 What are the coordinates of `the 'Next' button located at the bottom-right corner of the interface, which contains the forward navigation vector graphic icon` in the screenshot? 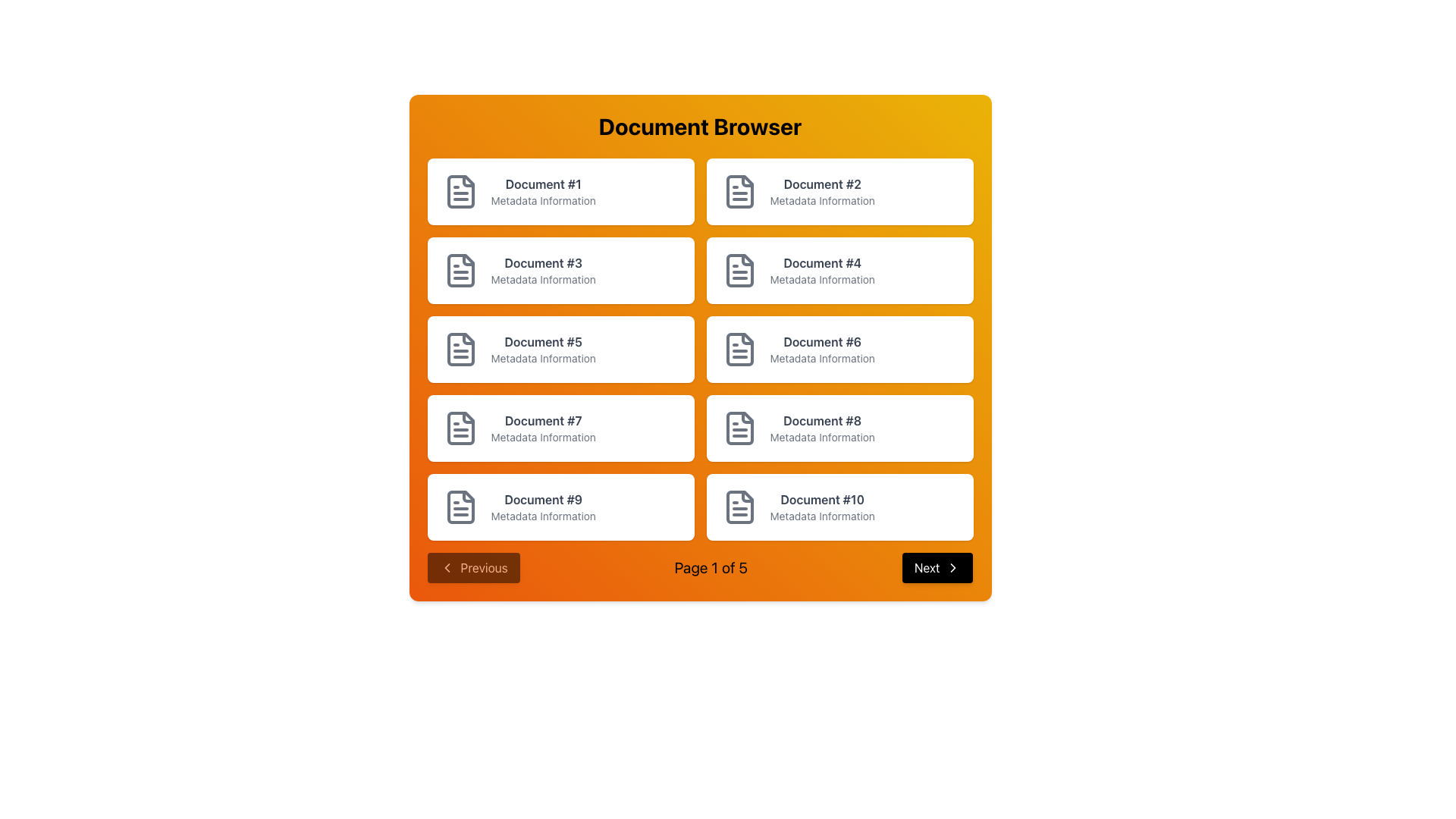 It's located at (952, 567).